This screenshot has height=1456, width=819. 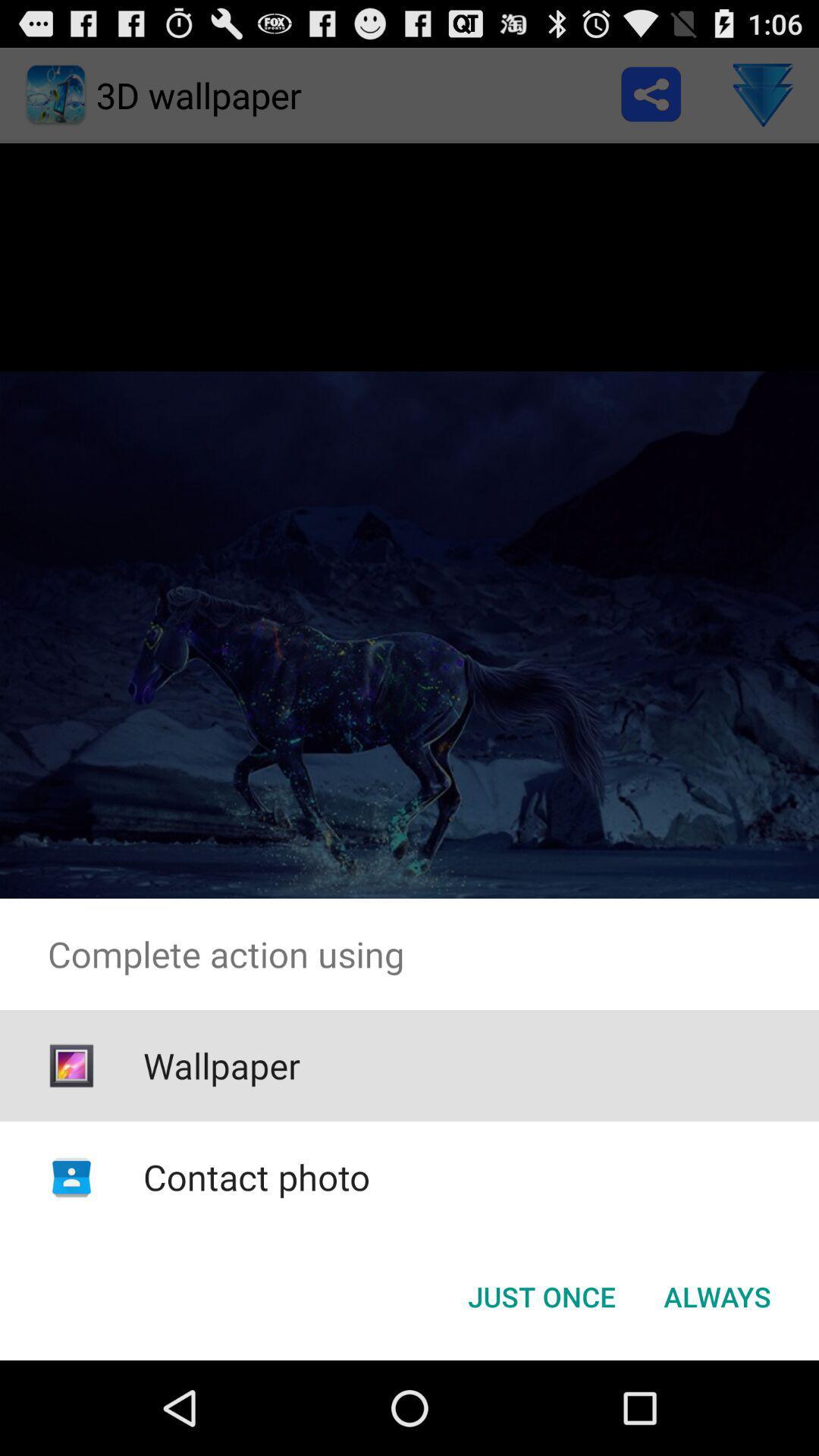 I want to click on always button, so click(x=717, y=1295).